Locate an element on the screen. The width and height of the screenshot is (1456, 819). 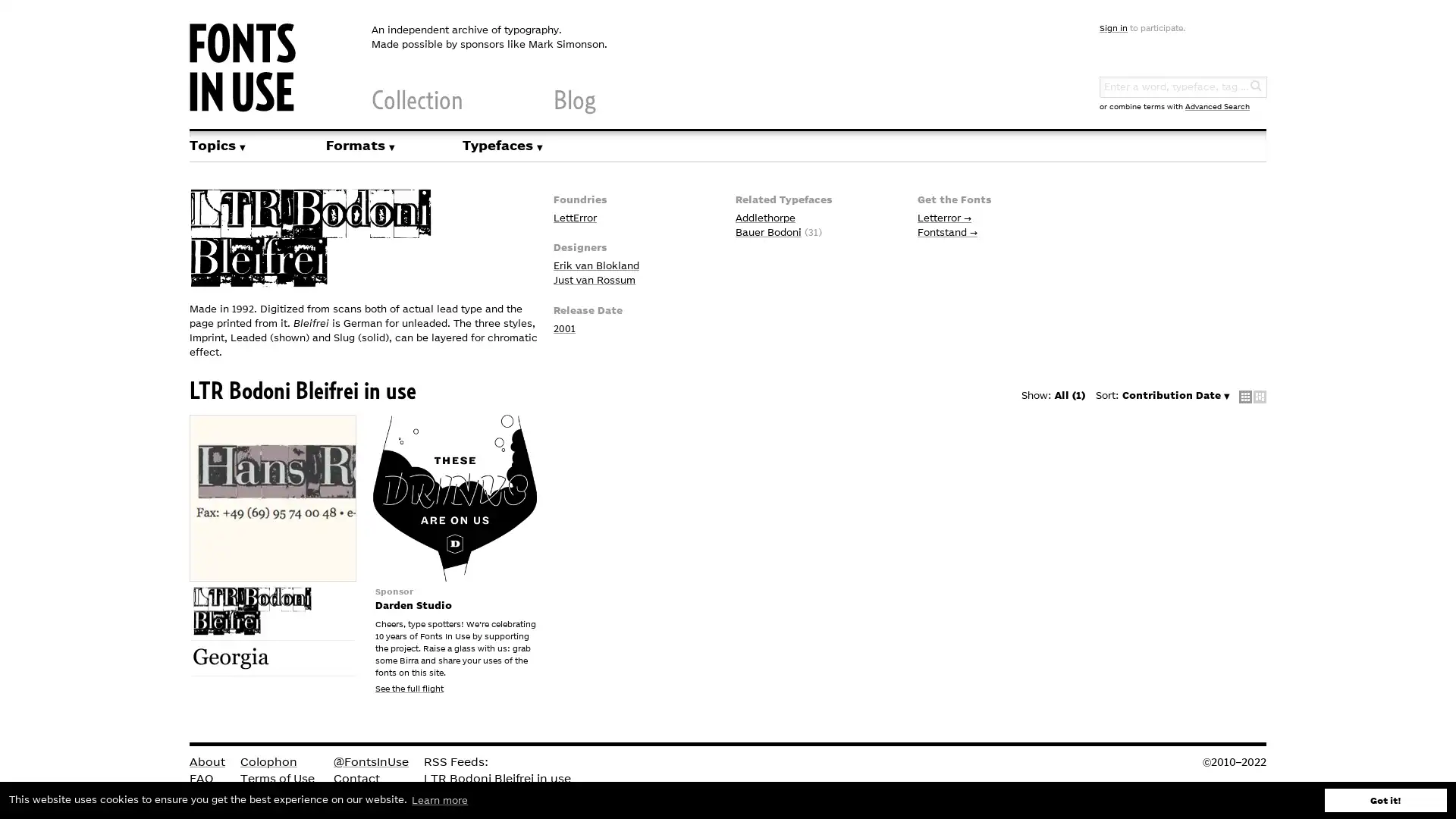
learn more about cookies is located at coordinates (439, 799).